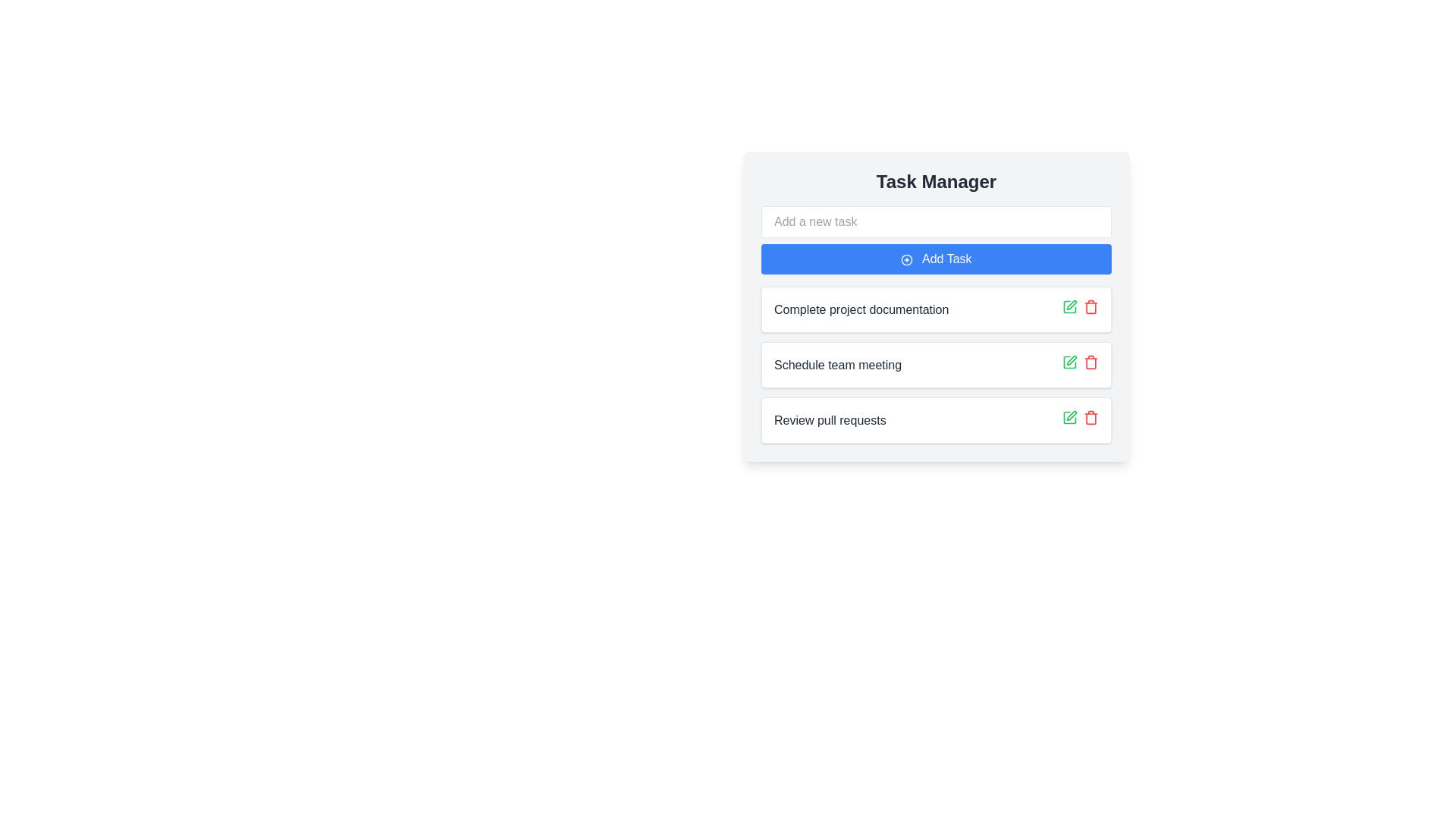  Describe the element at coordinates (1090, 362) in the screenshot. I see `the main body of the trash bin icon in the task manager interface, which represents the deletion function for the task 'Schedule team meeting.'` at that location.